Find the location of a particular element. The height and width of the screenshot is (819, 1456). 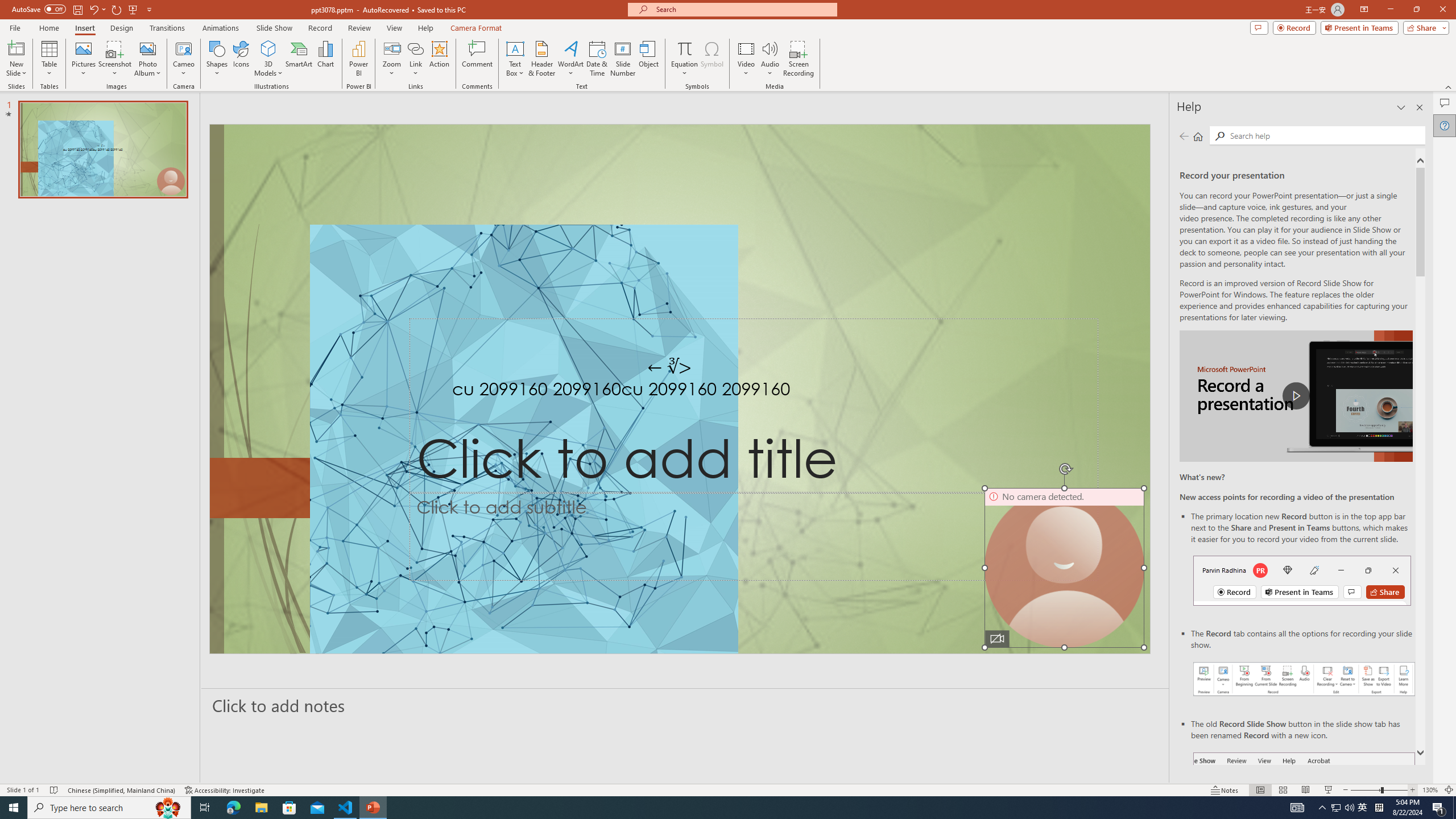

'Date & Time...' is located at coordinates (596, 59).